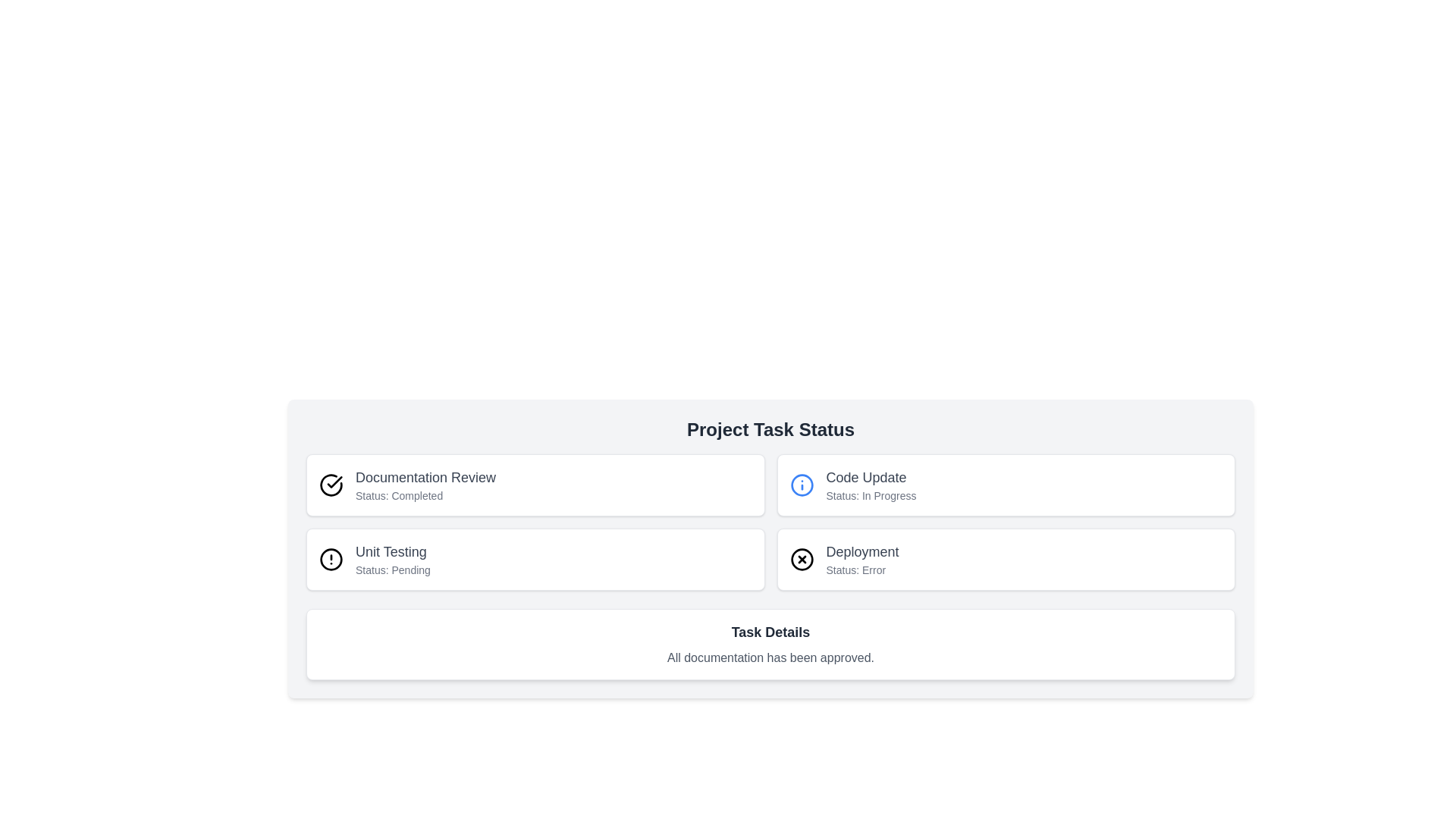 The width and height of the screenshot is (1456, 819). Describe the element at coordinates (862, 559) in the screenshot. I see `the Informational text component that indicates an error occurred in the deployment task, located in the bottom-right corner of the 'Project Task Status' section beneath the 'Code Update' row` at that location.